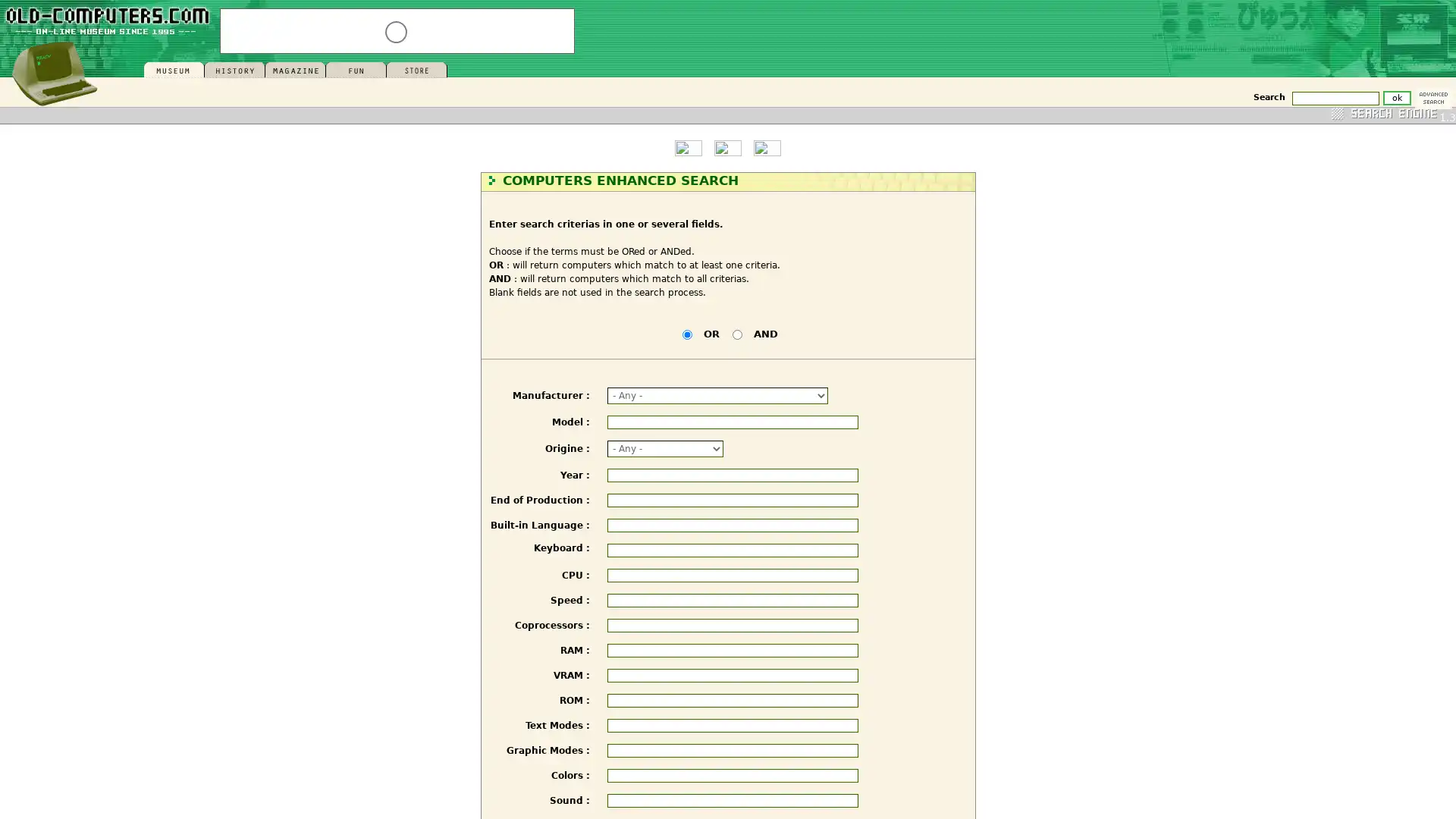  Describe the element at coordinates (1396, 97) in the screenshot. I see `ok` at that location.